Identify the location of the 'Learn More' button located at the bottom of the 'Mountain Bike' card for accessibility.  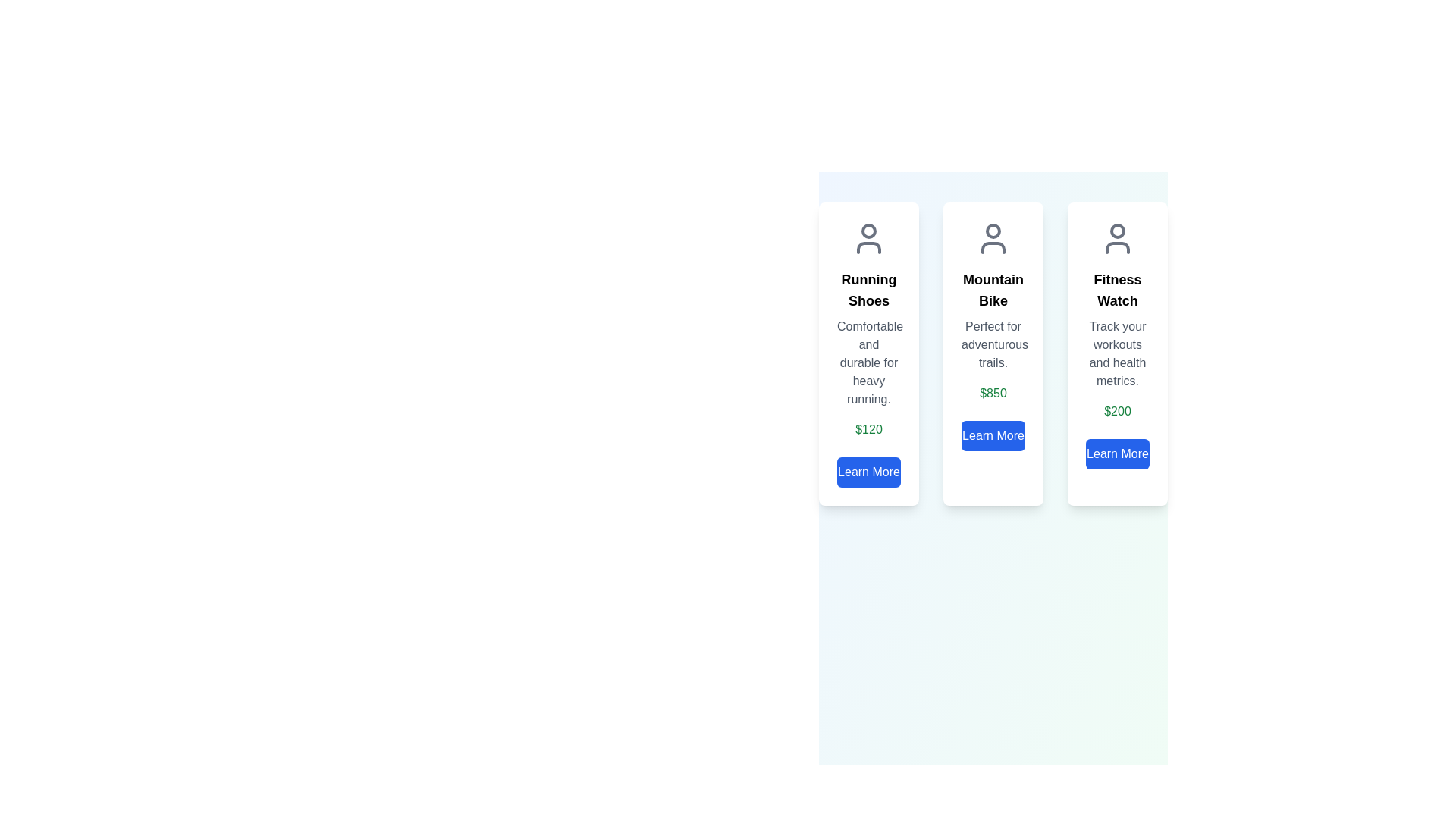
(993, 435).